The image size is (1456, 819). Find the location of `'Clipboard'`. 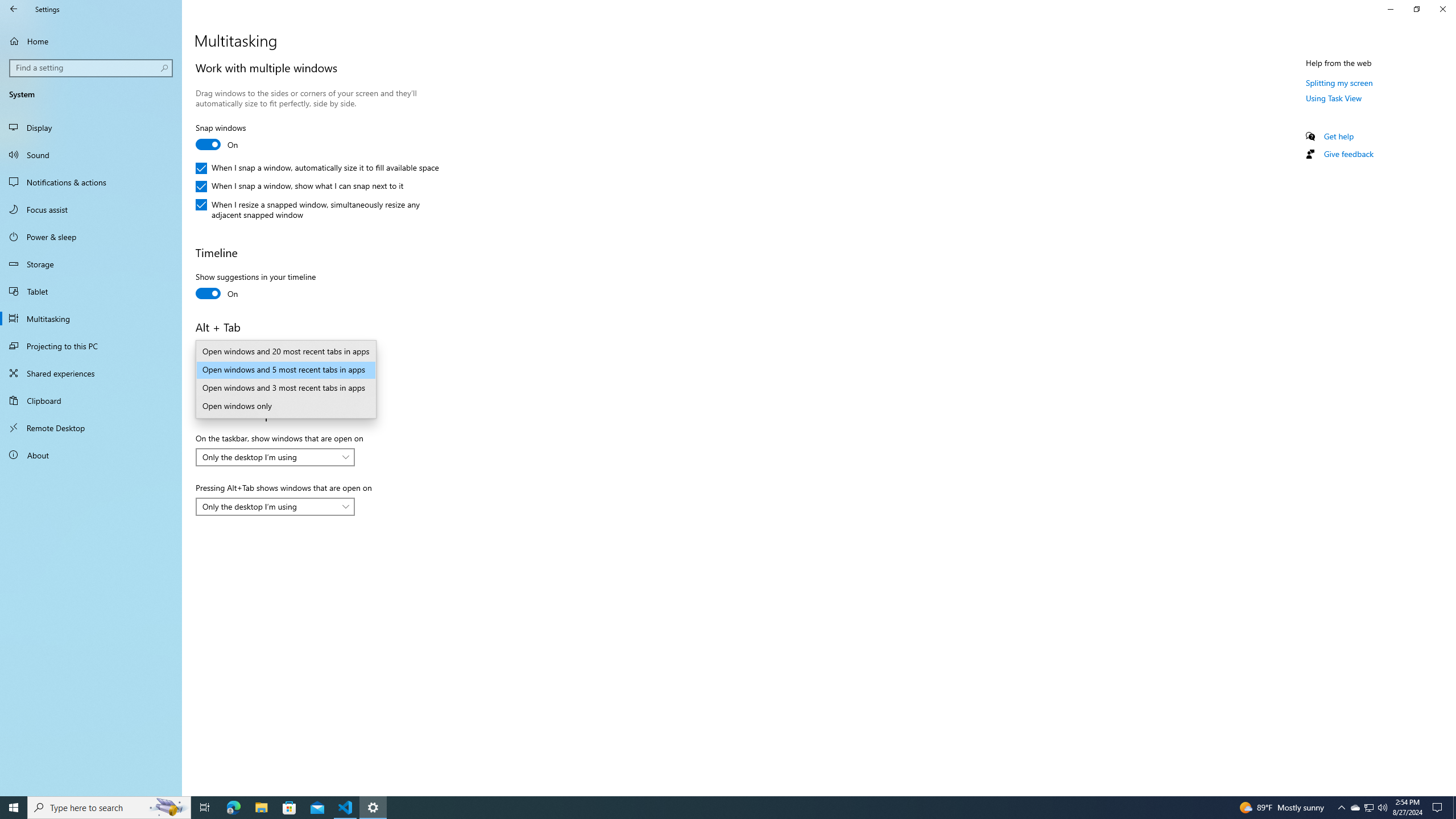

'Clipboard' is located at coordinates (90, 400).